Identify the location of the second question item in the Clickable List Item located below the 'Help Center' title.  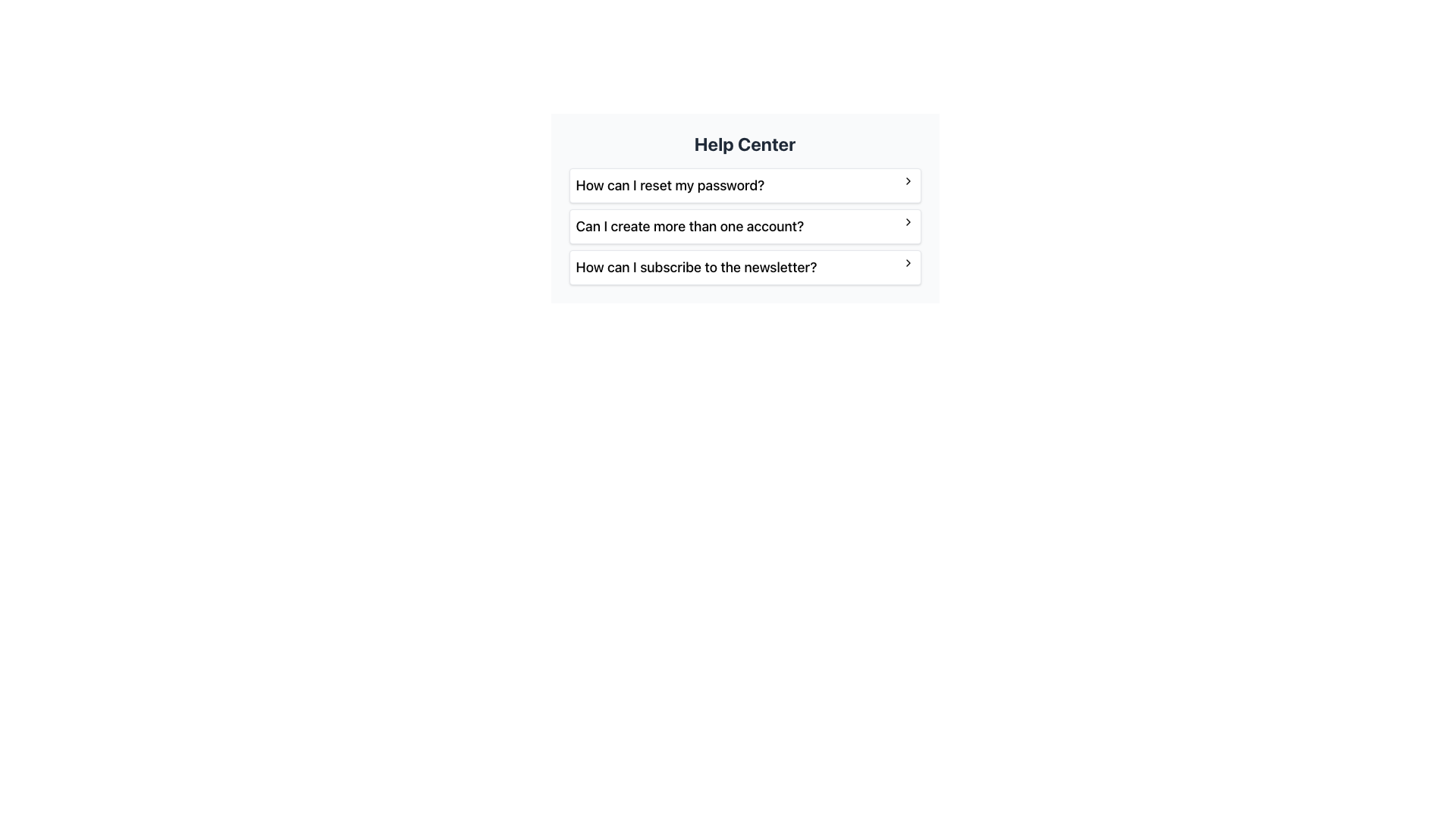
(745, 208).